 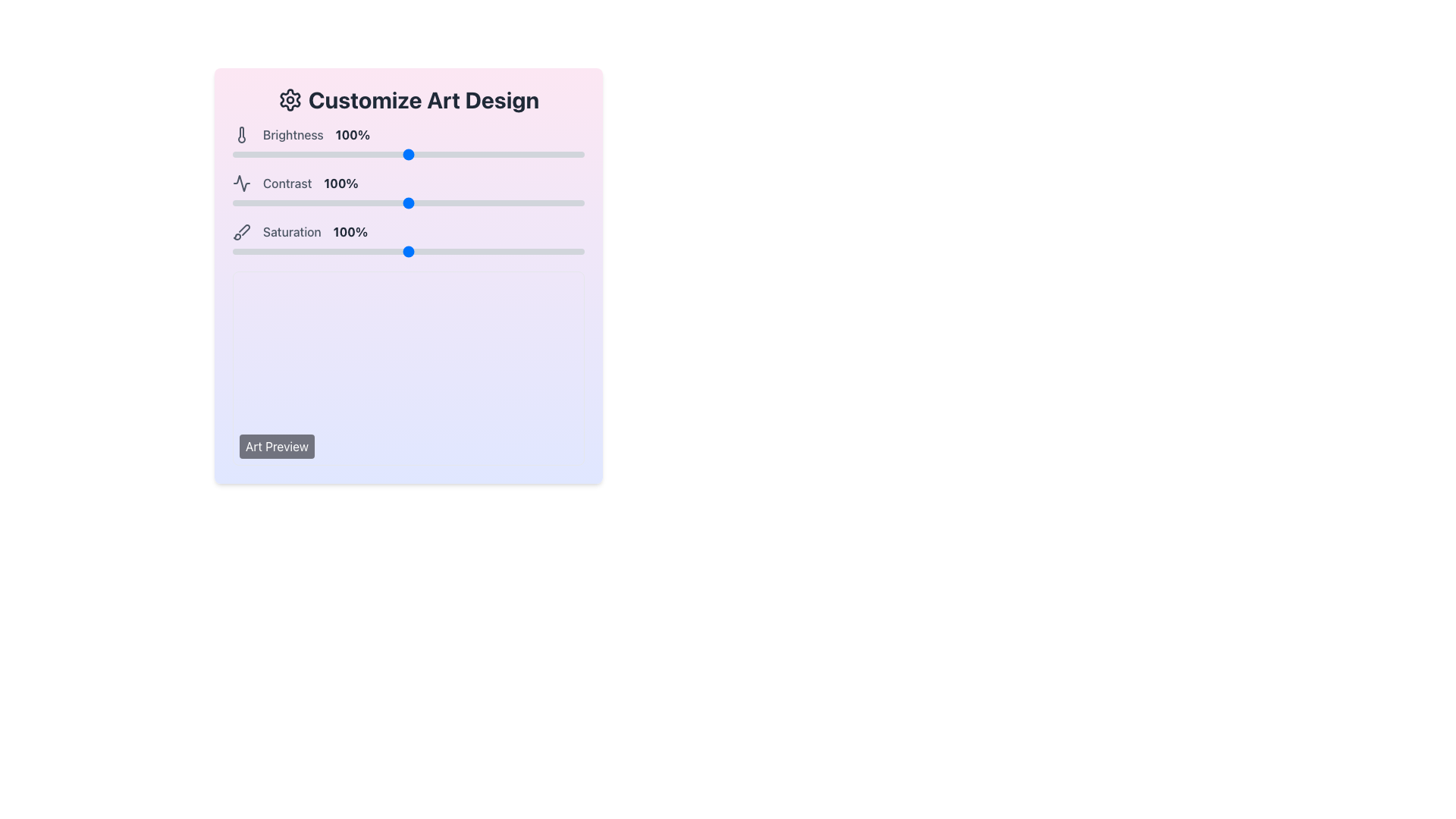 I want to click on the brightness level, so click(x=502, y=155).